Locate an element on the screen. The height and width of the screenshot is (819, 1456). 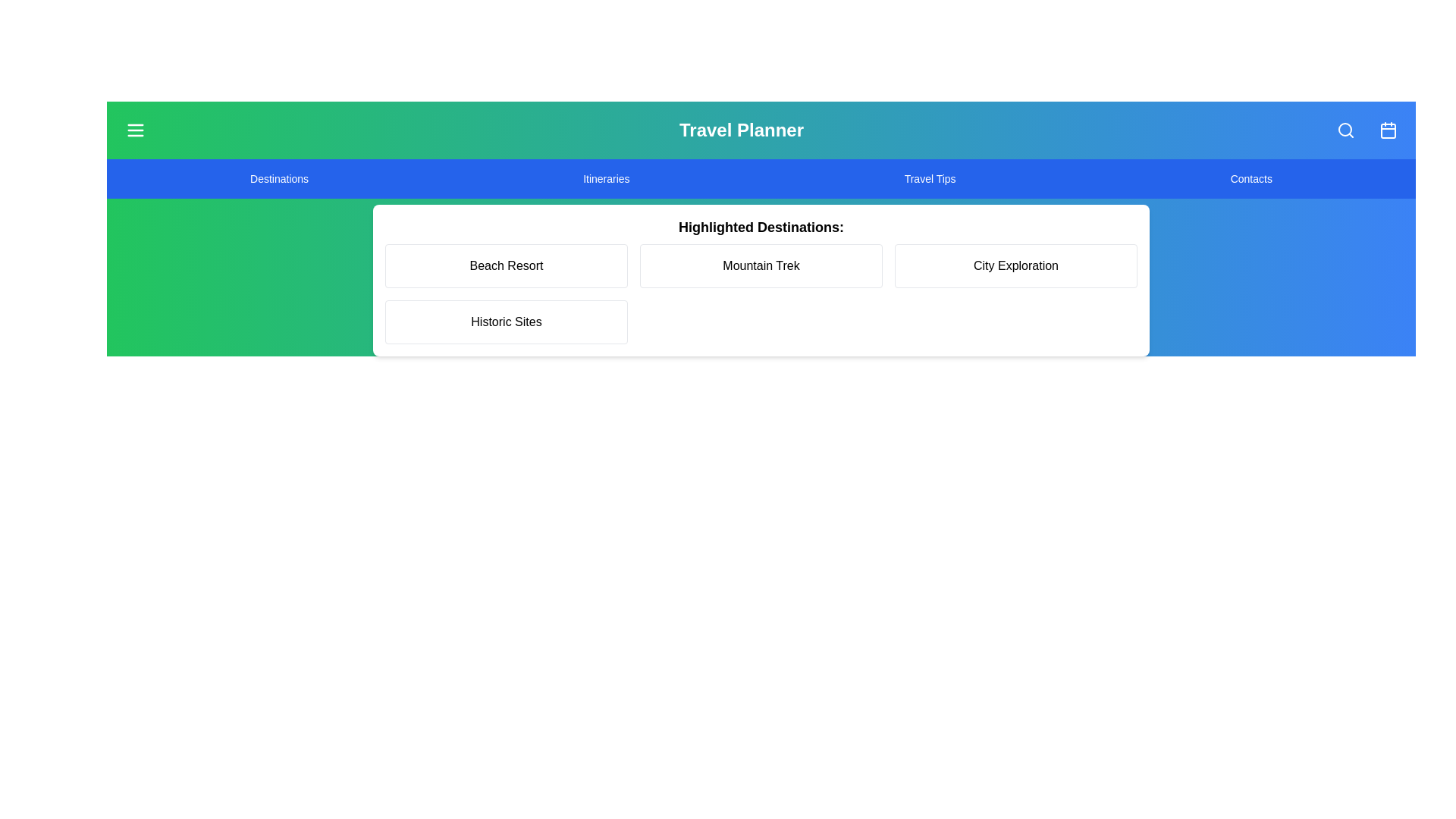
the menu item Destinations to navigate to the corresponding section is located at coordinates (279, 177).